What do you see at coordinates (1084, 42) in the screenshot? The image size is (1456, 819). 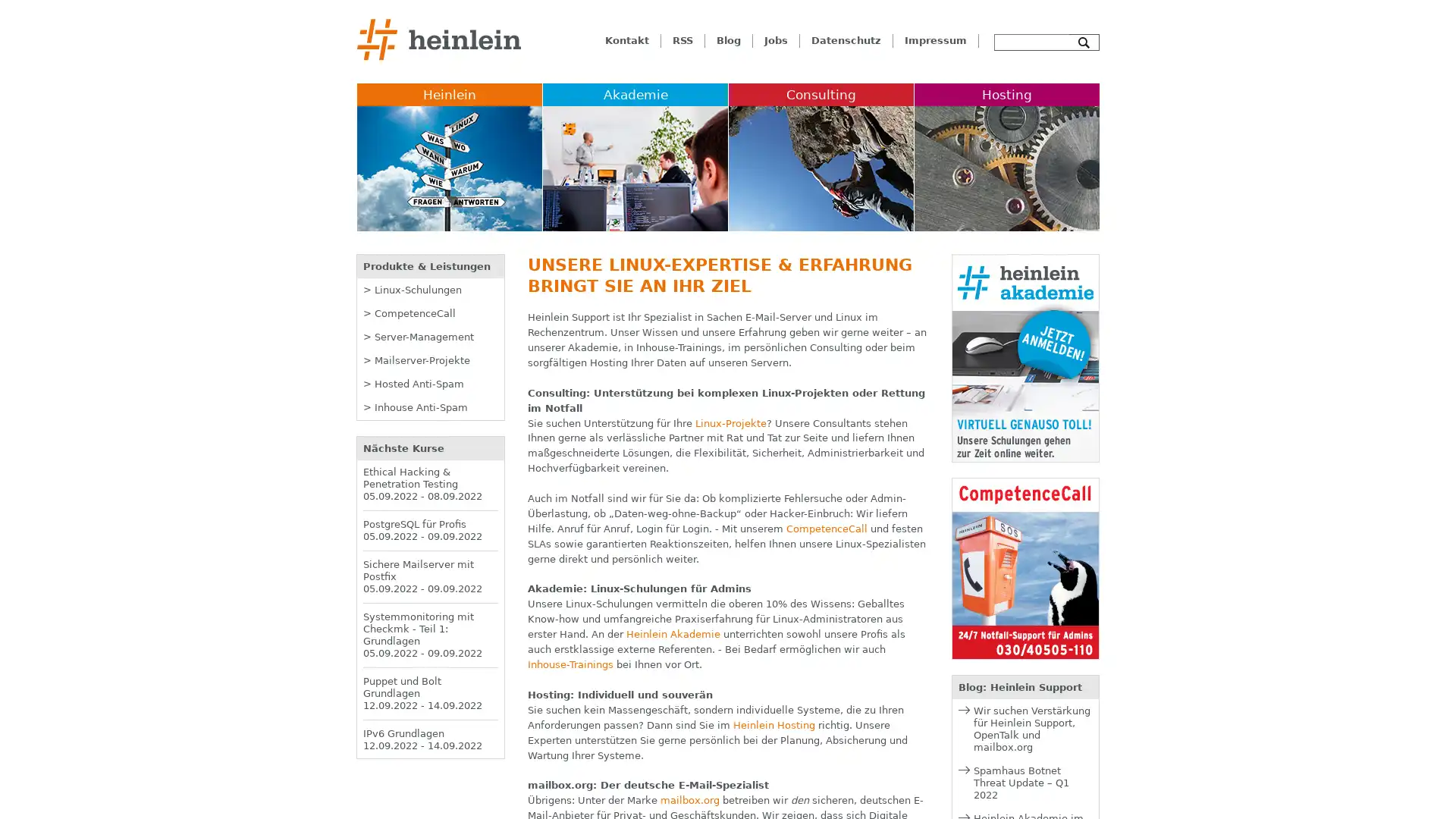 I see `Suche` at bounding box center [1084, 42].